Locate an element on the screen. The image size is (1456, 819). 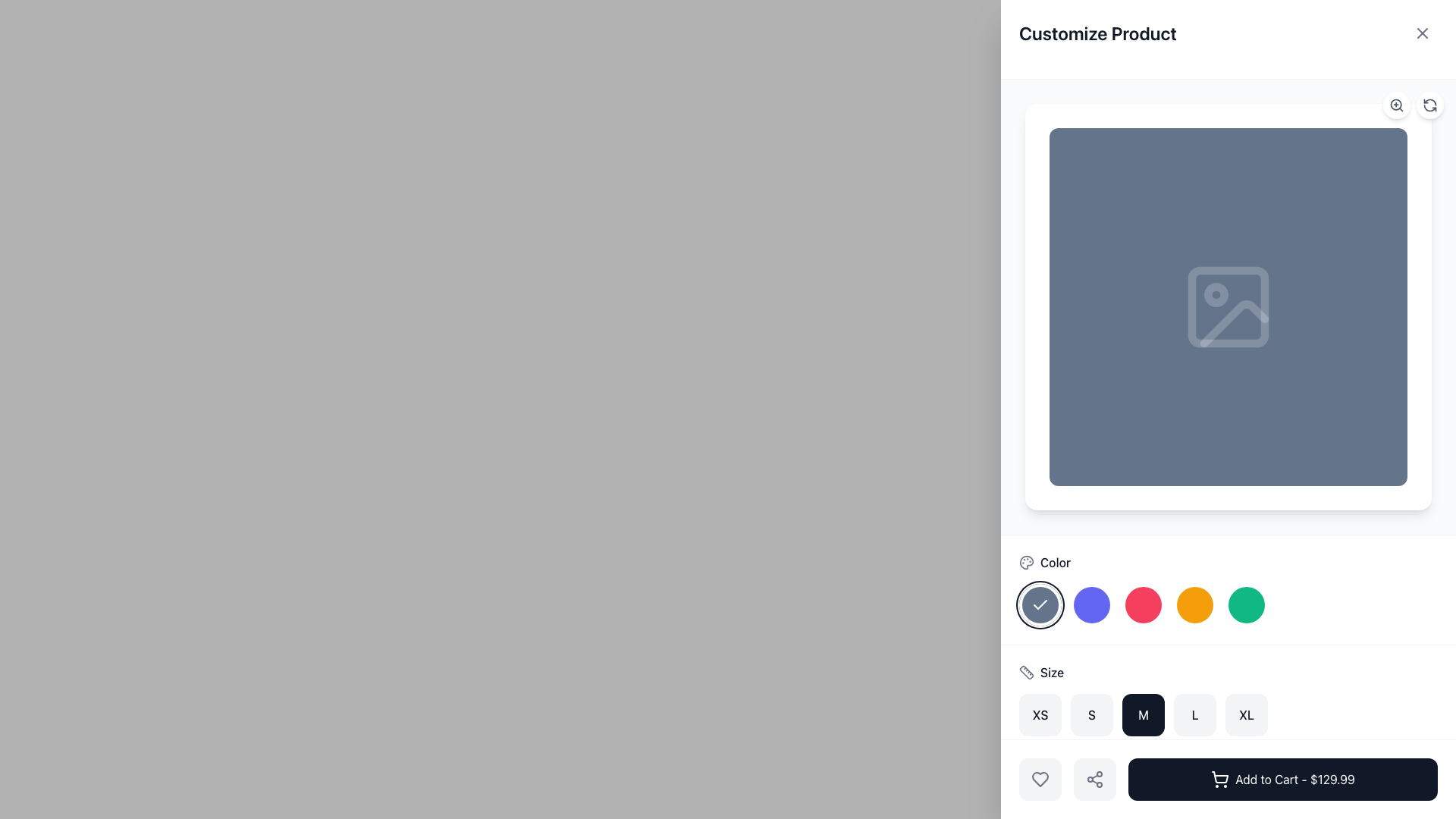
the third circular rose-red button in the color selection row is located at coordinates (1143, 604).